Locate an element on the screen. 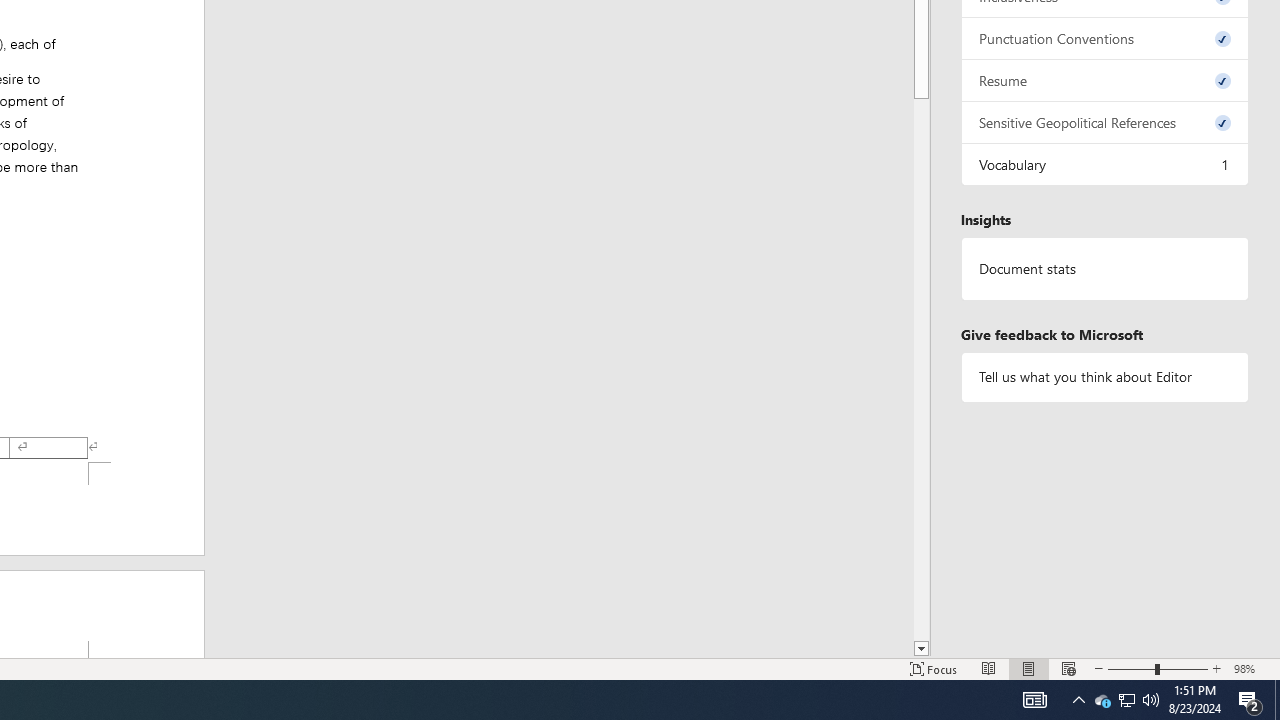 The image size is (1280, 720). 'Document statistics' is located at coordinates (1104, 268).